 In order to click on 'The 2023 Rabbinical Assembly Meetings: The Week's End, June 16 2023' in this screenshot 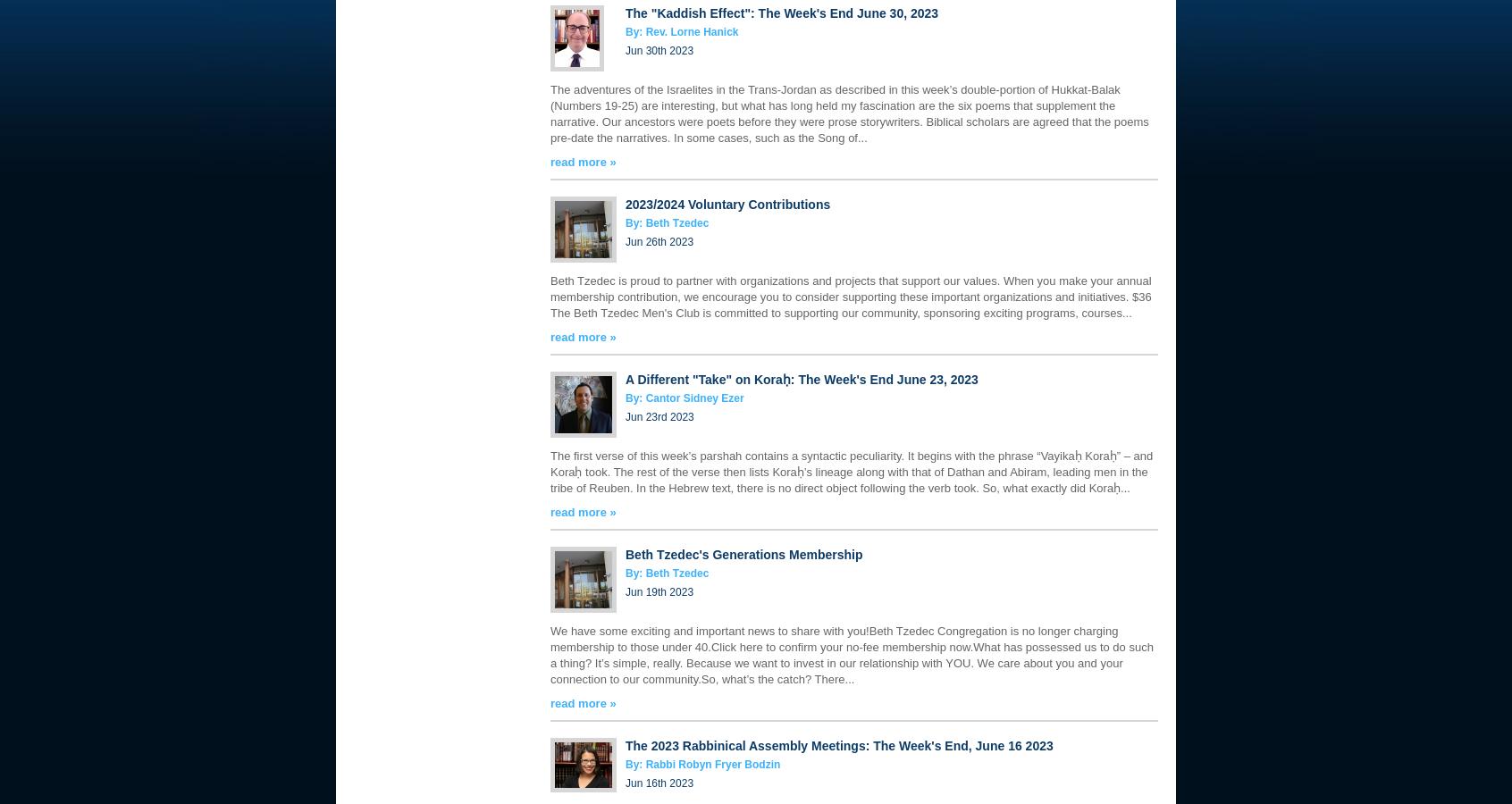, I will do `click(625, 746)`.